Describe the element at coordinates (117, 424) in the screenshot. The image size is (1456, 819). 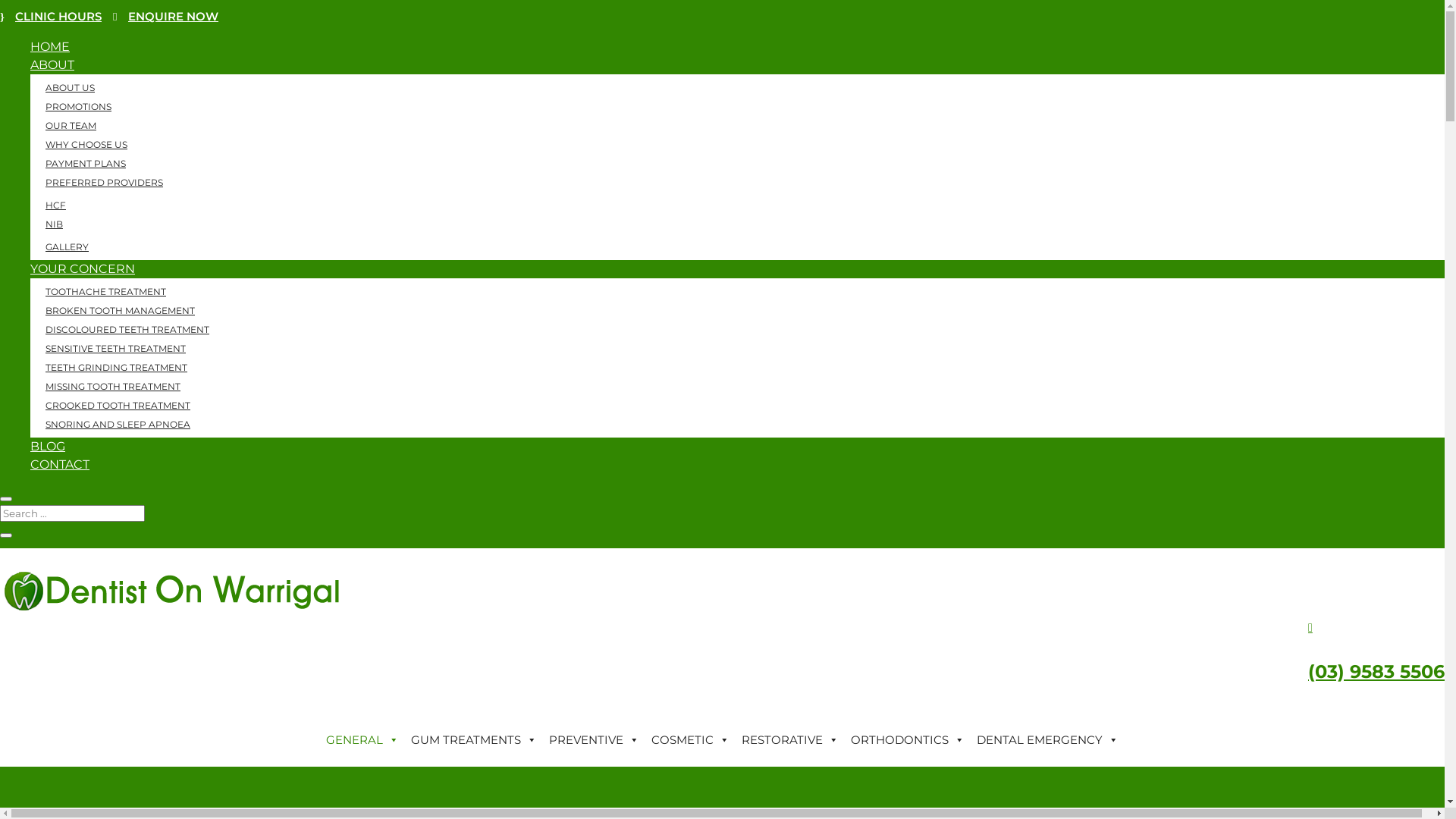
I see `'SNORING AND SLEEP APNOEA'` at that location.